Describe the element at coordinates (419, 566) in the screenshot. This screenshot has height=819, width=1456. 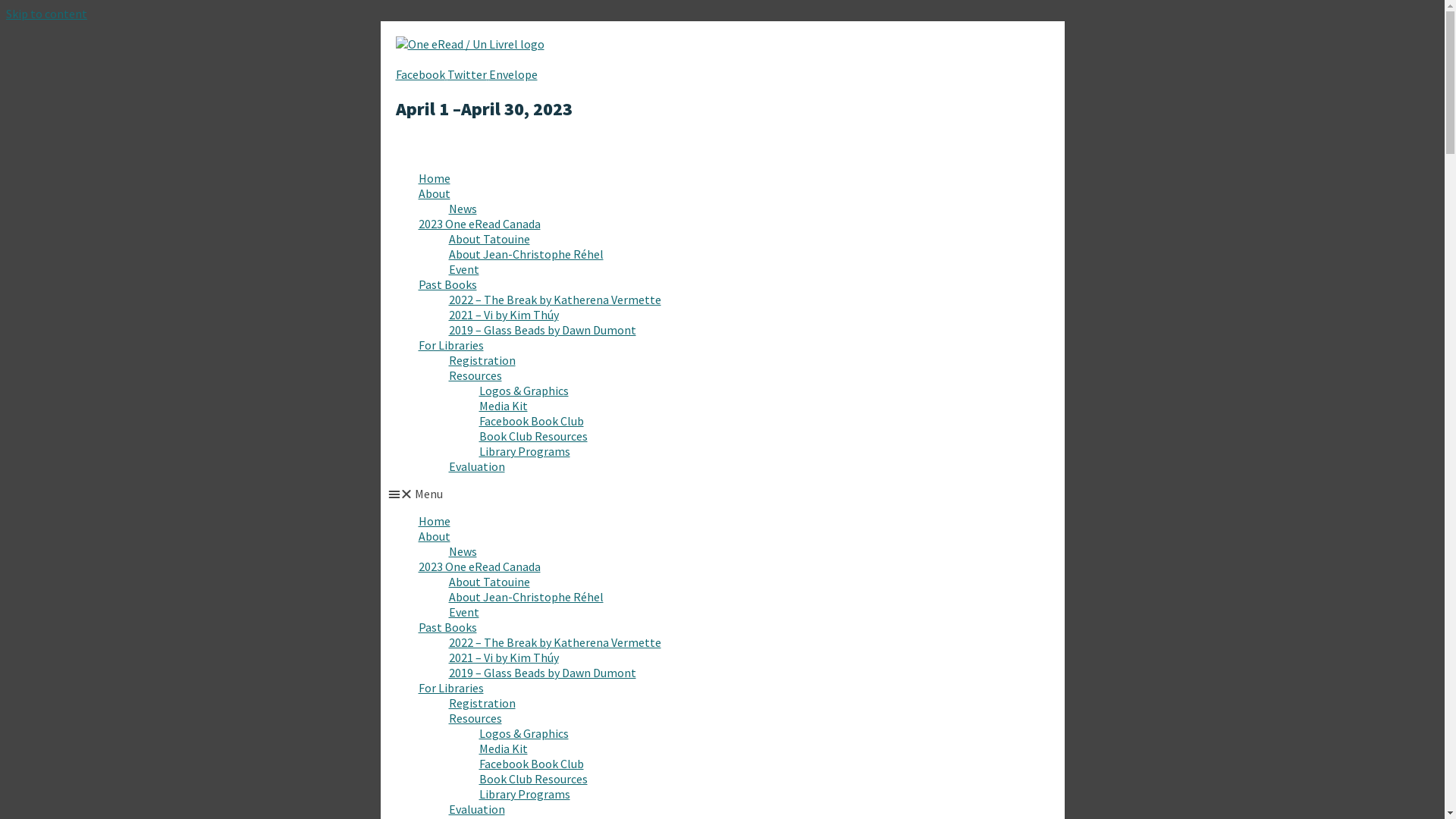
I see `'2023 One eRead Canada'` at that location.